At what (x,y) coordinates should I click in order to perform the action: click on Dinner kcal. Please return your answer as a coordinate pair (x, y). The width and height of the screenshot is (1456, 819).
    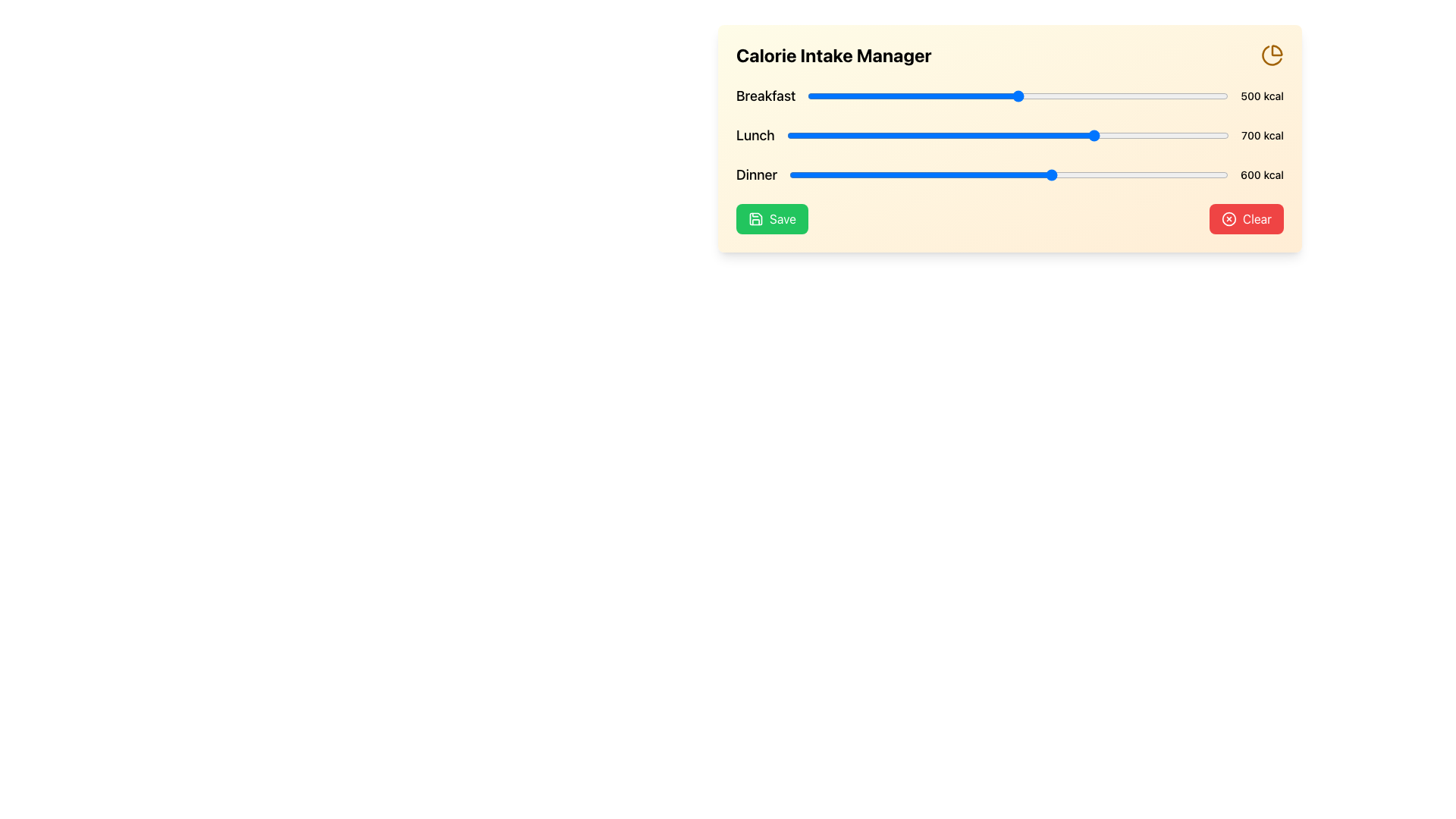
    Looking at the image, I should click on (1050, 174).